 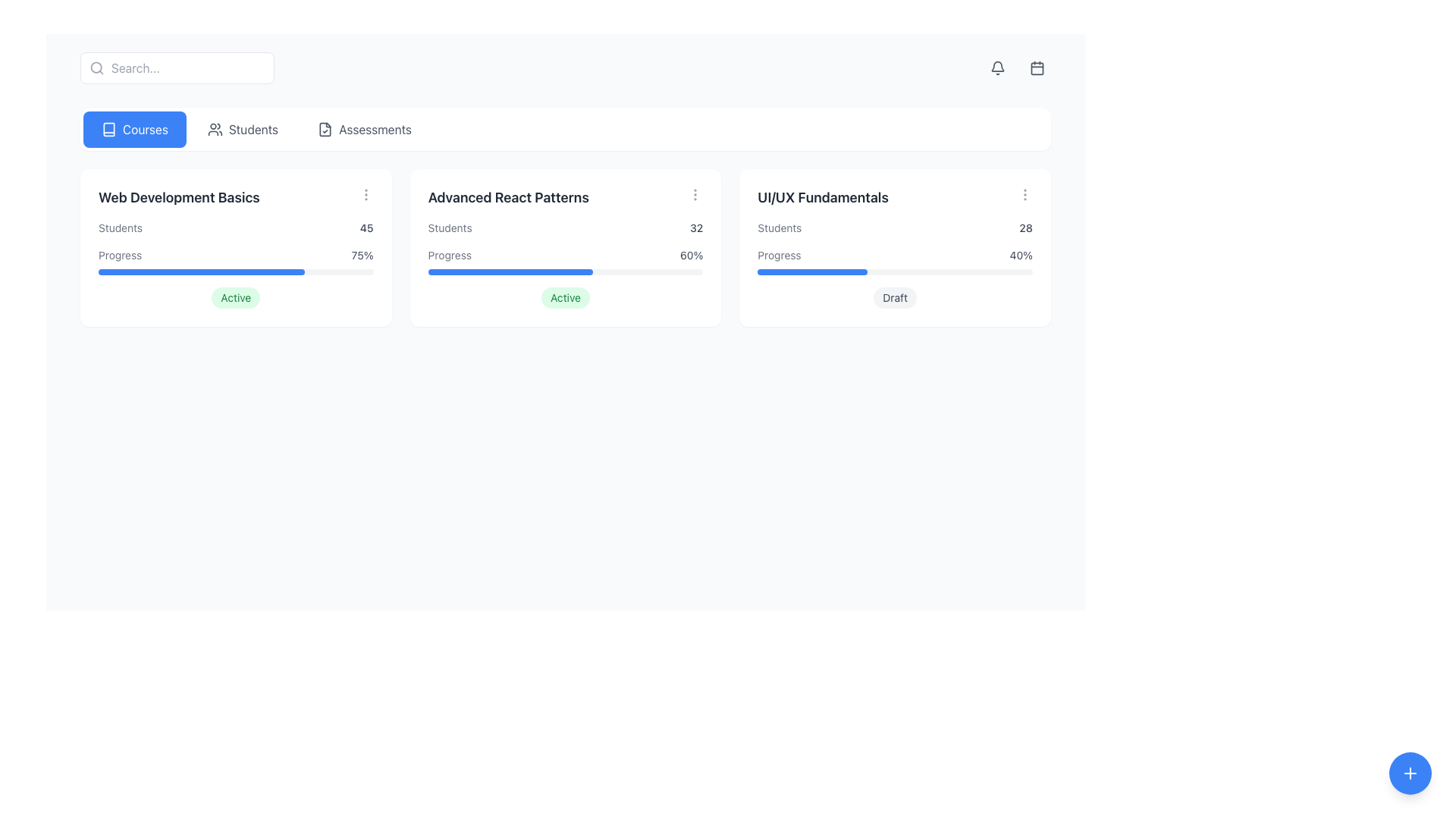 What do you see at coordinates (134, 128) in the screenshot?
I see `the blue rectangular button labeled 'Courses' located at the top-left of the toolbar` at bounding box center [134, 128].